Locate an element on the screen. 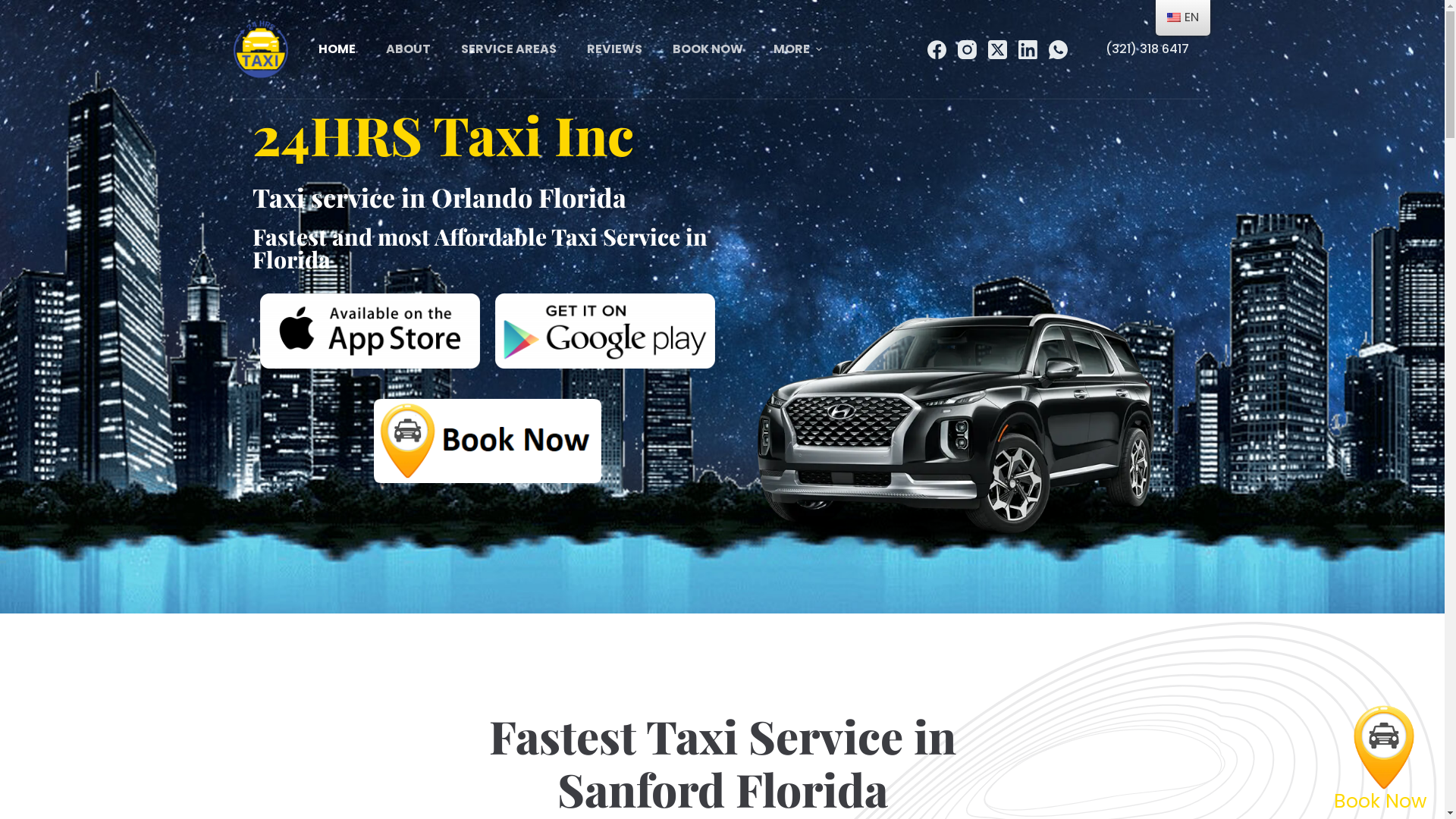  'MORE' is located at coordinates (758, 49).